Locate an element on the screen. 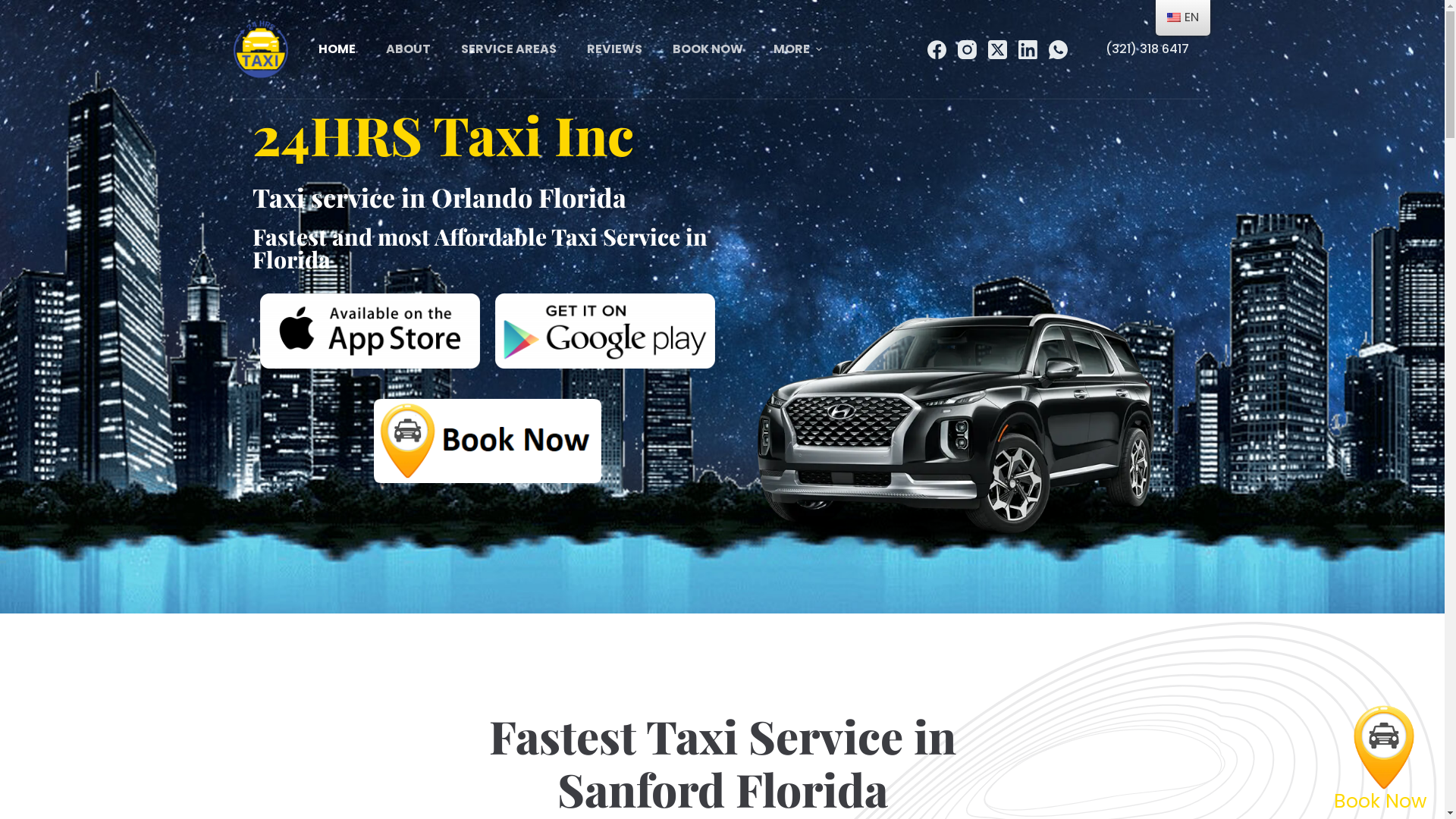  'MORE' is located at coordinates (758, 49).